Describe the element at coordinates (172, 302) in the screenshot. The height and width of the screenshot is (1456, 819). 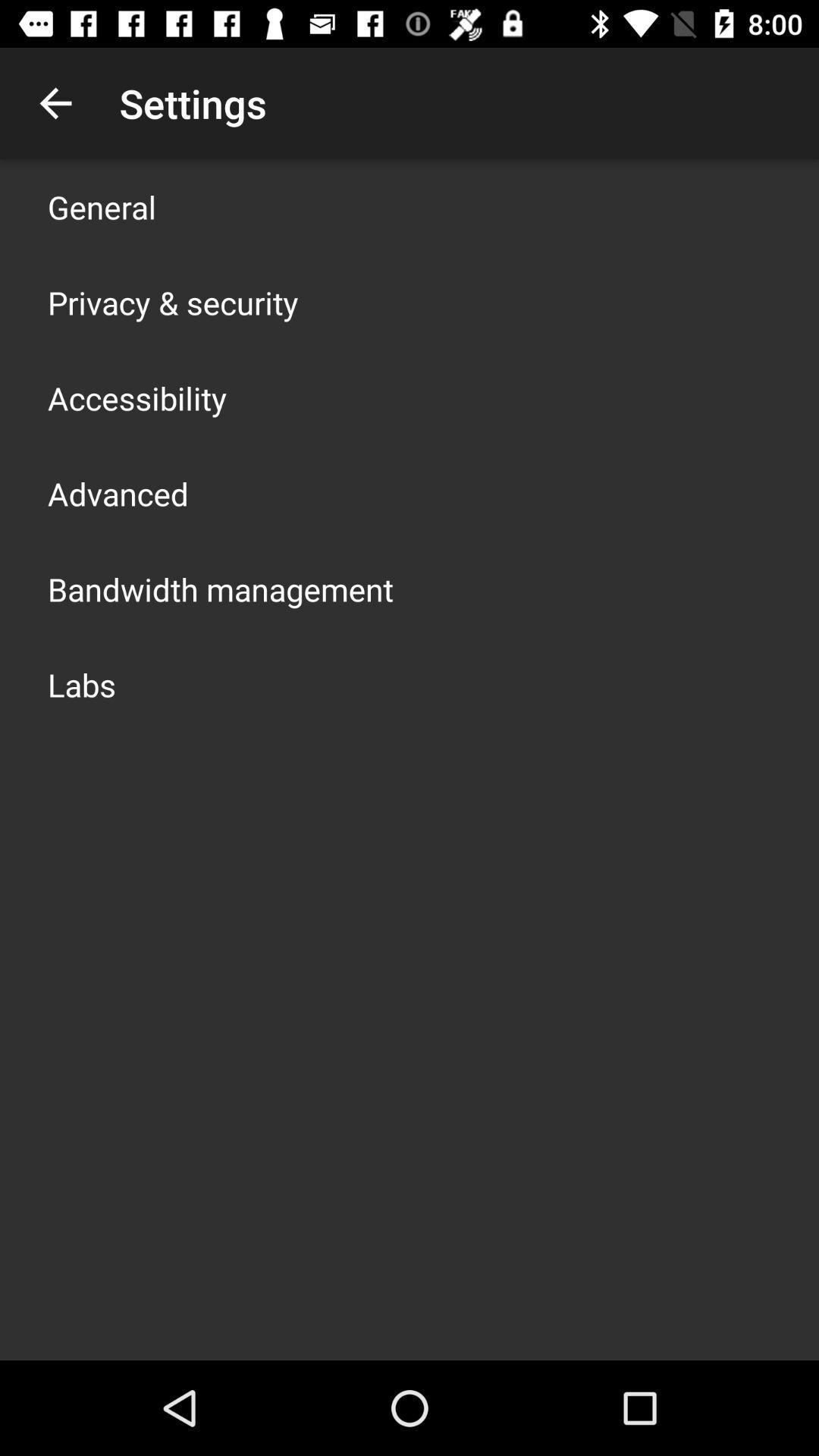
I see `app above the accessibility app` at that location.